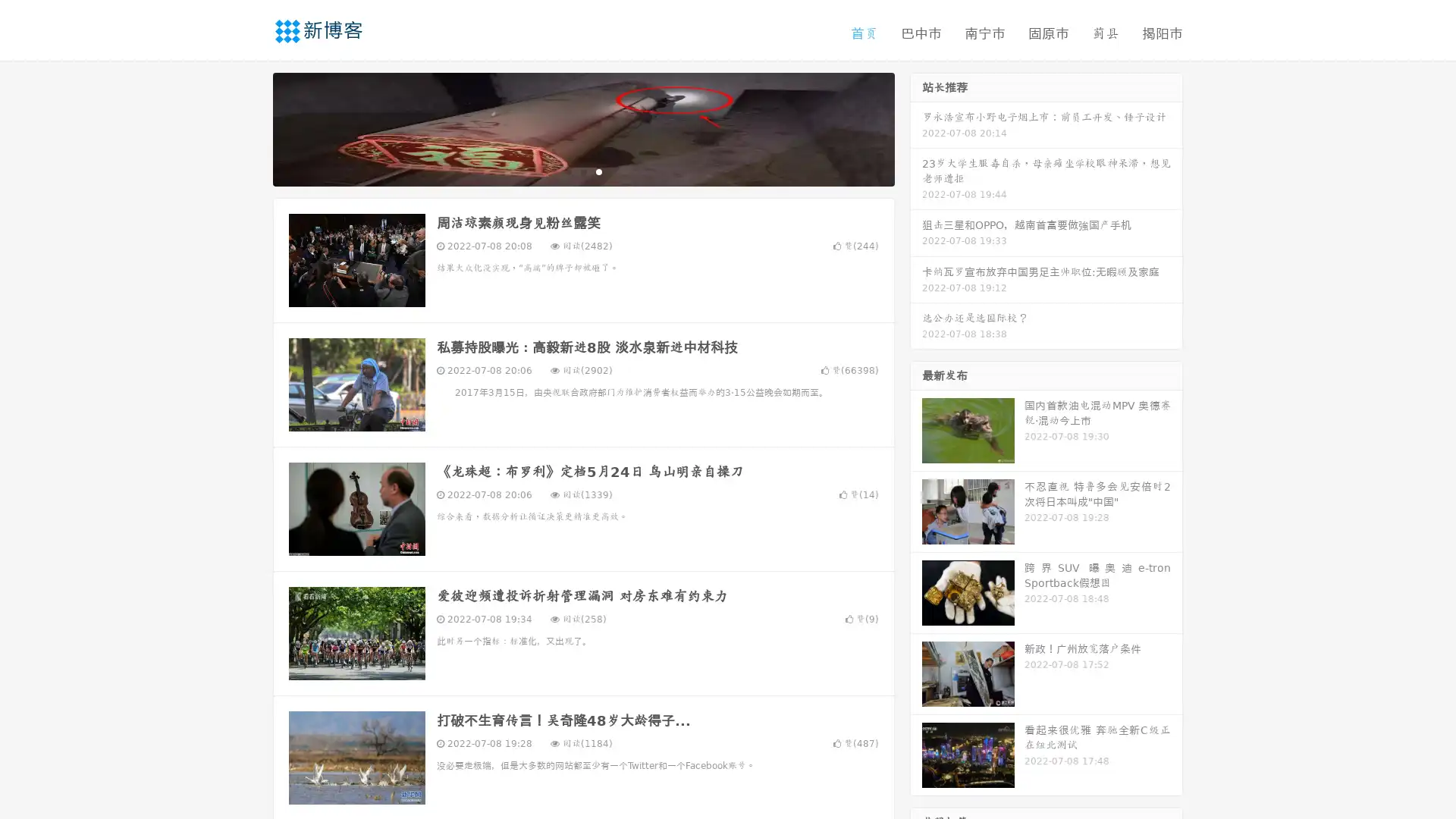  Describe the element at coordinates (916, 127) in the screenshot. I see `Next slide` at that location.